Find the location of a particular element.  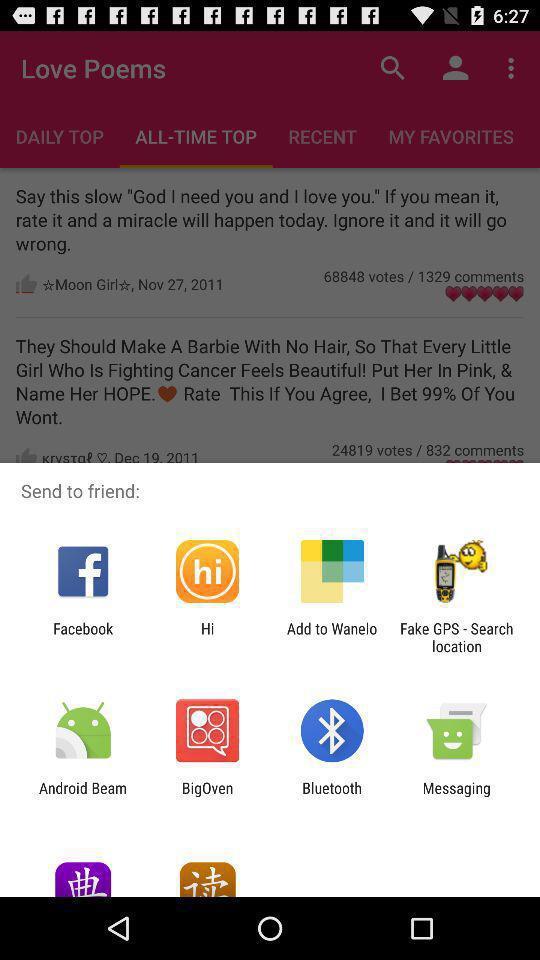

the bigoven is located at coordinates (206, 796).